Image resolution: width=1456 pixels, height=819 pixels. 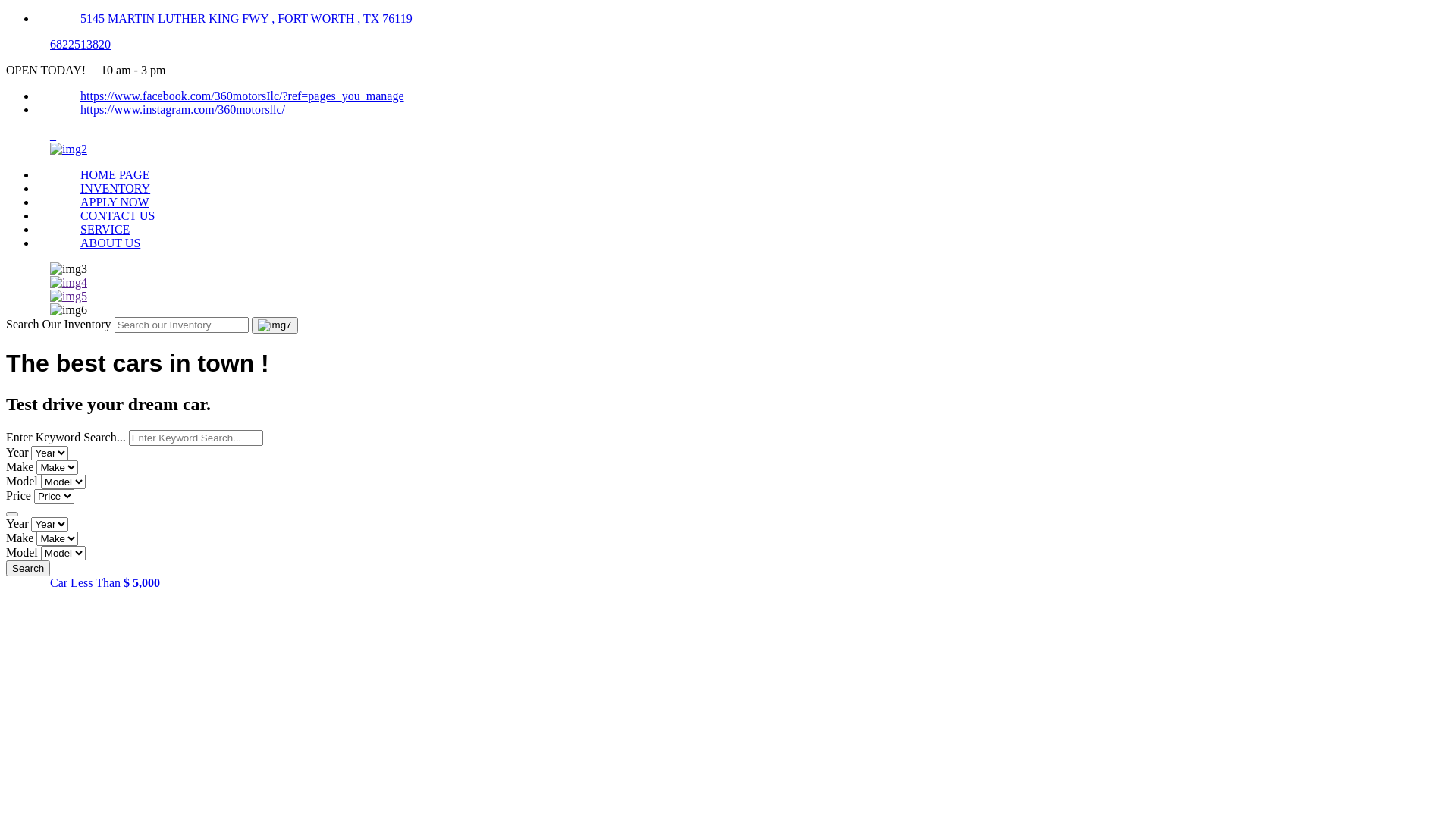 I want to click on 'https://www.facebook.com/360motorsIlc/?ref=pages_you_manage', so click(x=241, y=96).